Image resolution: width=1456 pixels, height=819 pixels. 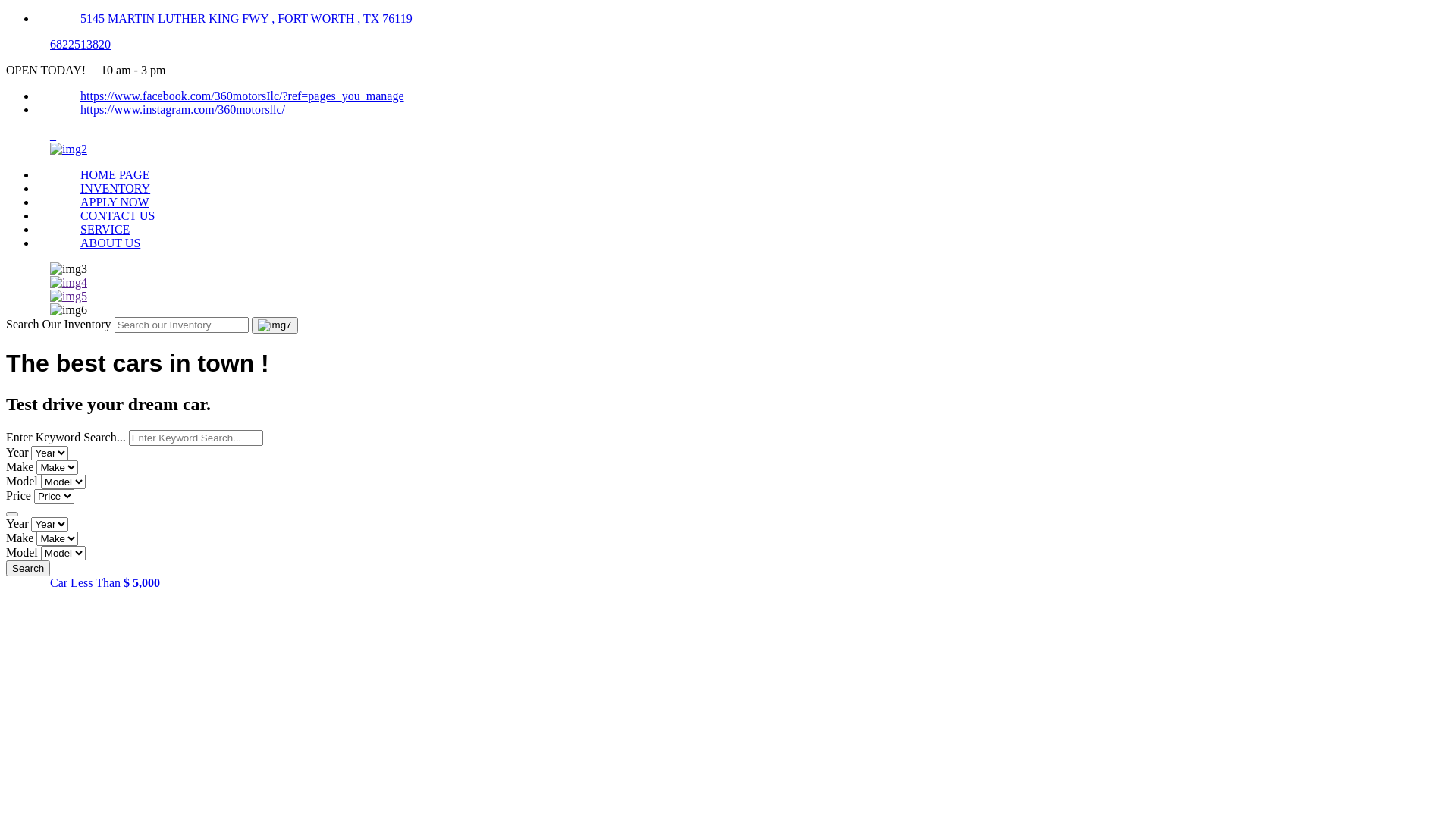 I want to click on 'https://www.facebook.com/360motorsIlc/?ref=pages_you_manage', so click(x=241, y=96).